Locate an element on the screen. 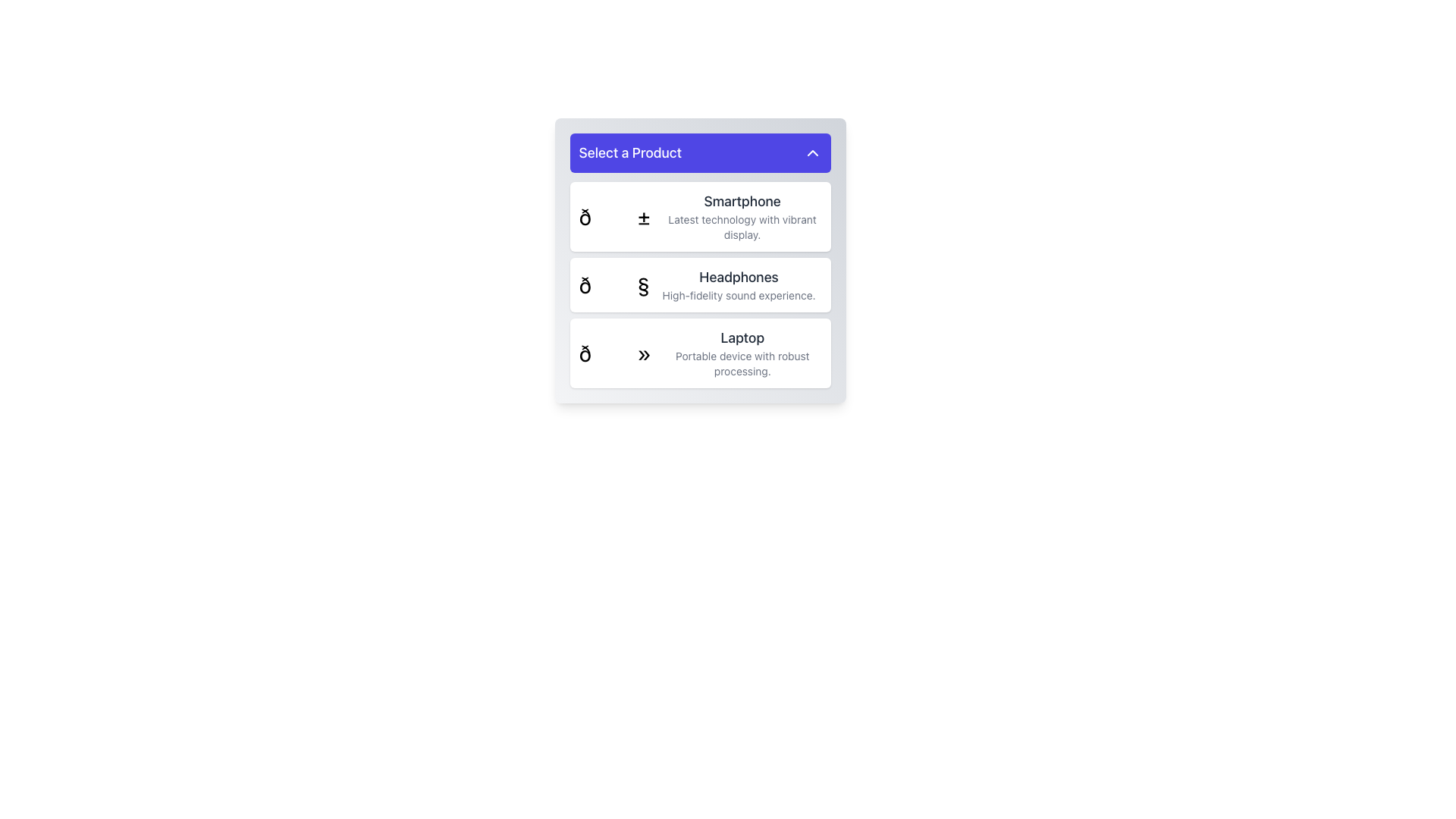  text from the label displaying 'Select a Product' which is positioned above the product list and to the left of the chevron icon is located at coordinates (630, 152).